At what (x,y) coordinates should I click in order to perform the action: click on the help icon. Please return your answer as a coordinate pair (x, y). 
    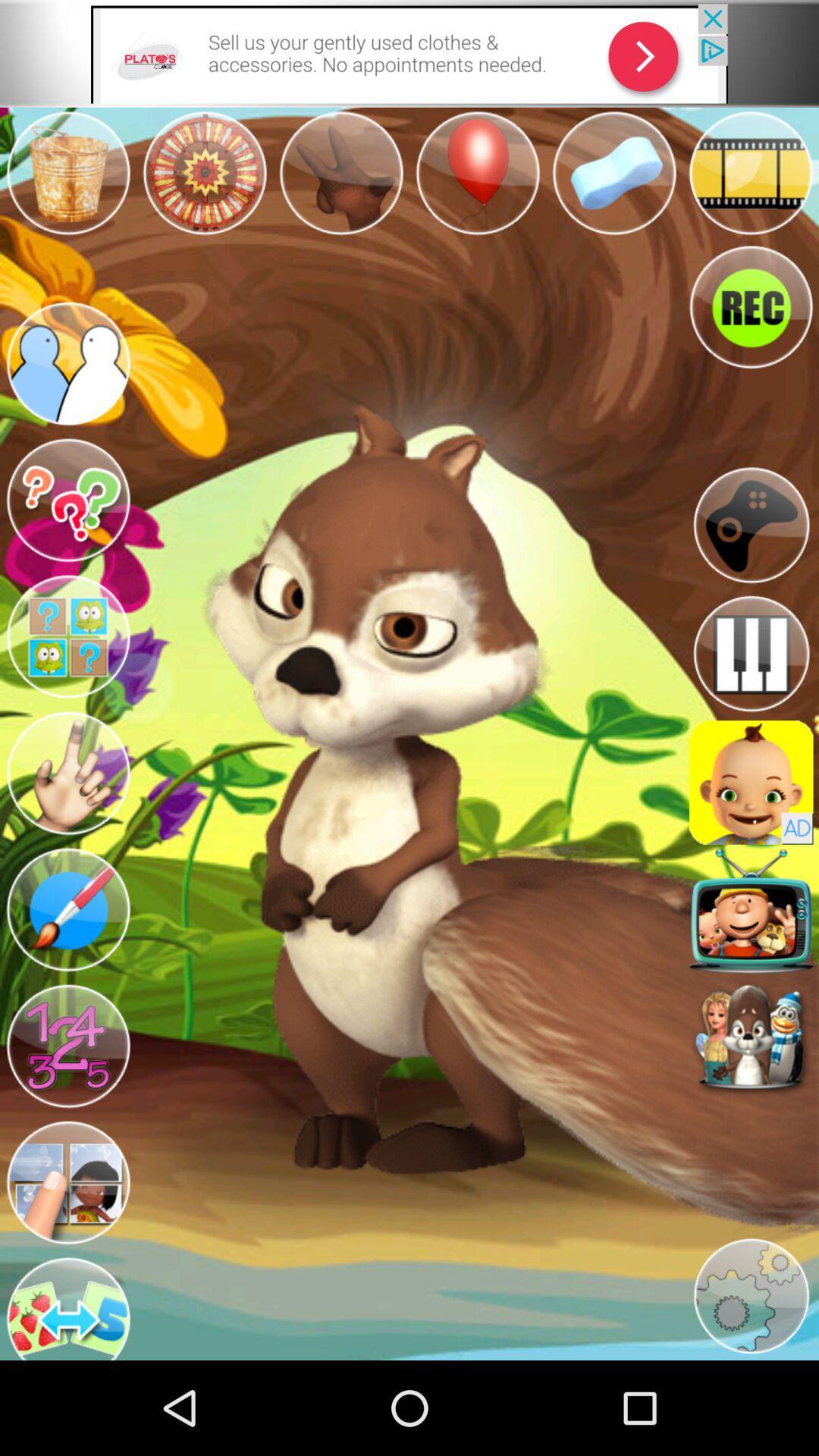
    Looking at the image, I should click on (67, 535).